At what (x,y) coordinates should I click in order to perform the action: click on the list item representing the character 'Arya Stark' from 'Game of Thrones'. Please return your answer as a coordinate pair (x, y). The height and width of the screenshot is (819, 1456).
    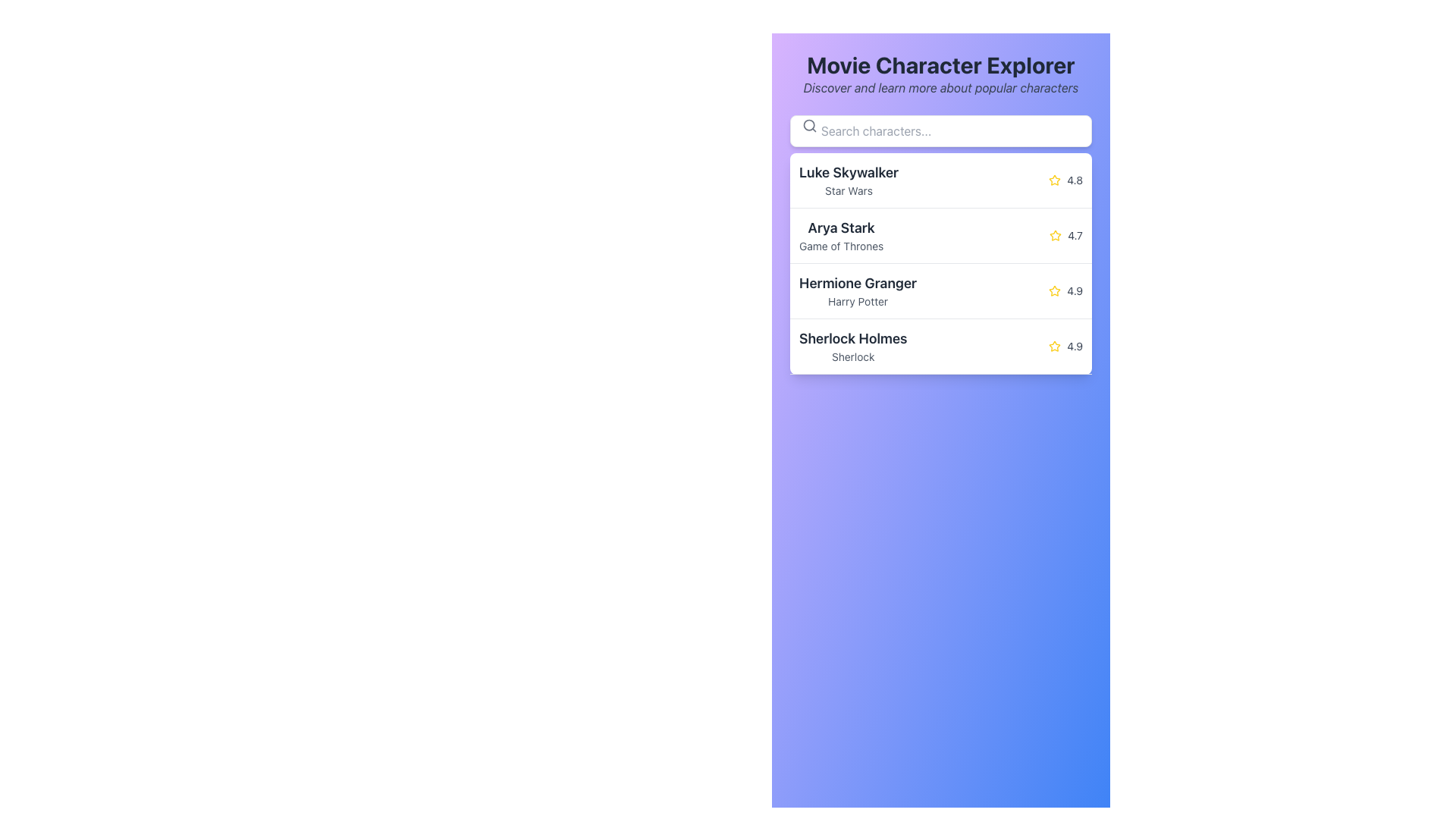
    Looking at the image, I should click on (940, 236).